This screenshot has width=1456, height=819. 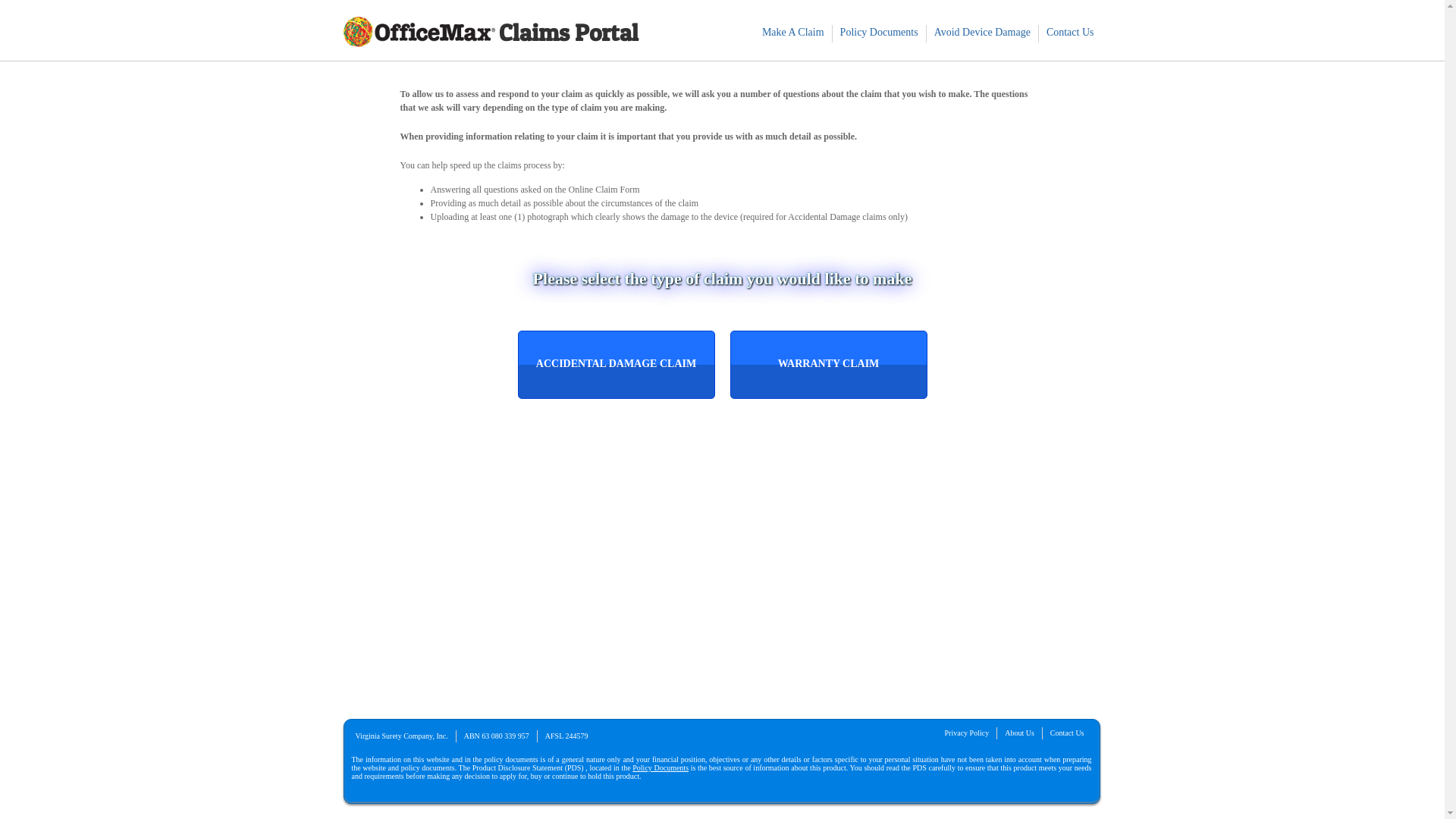 I want to click on 'Policy Documents', so click(x=660, y=767).